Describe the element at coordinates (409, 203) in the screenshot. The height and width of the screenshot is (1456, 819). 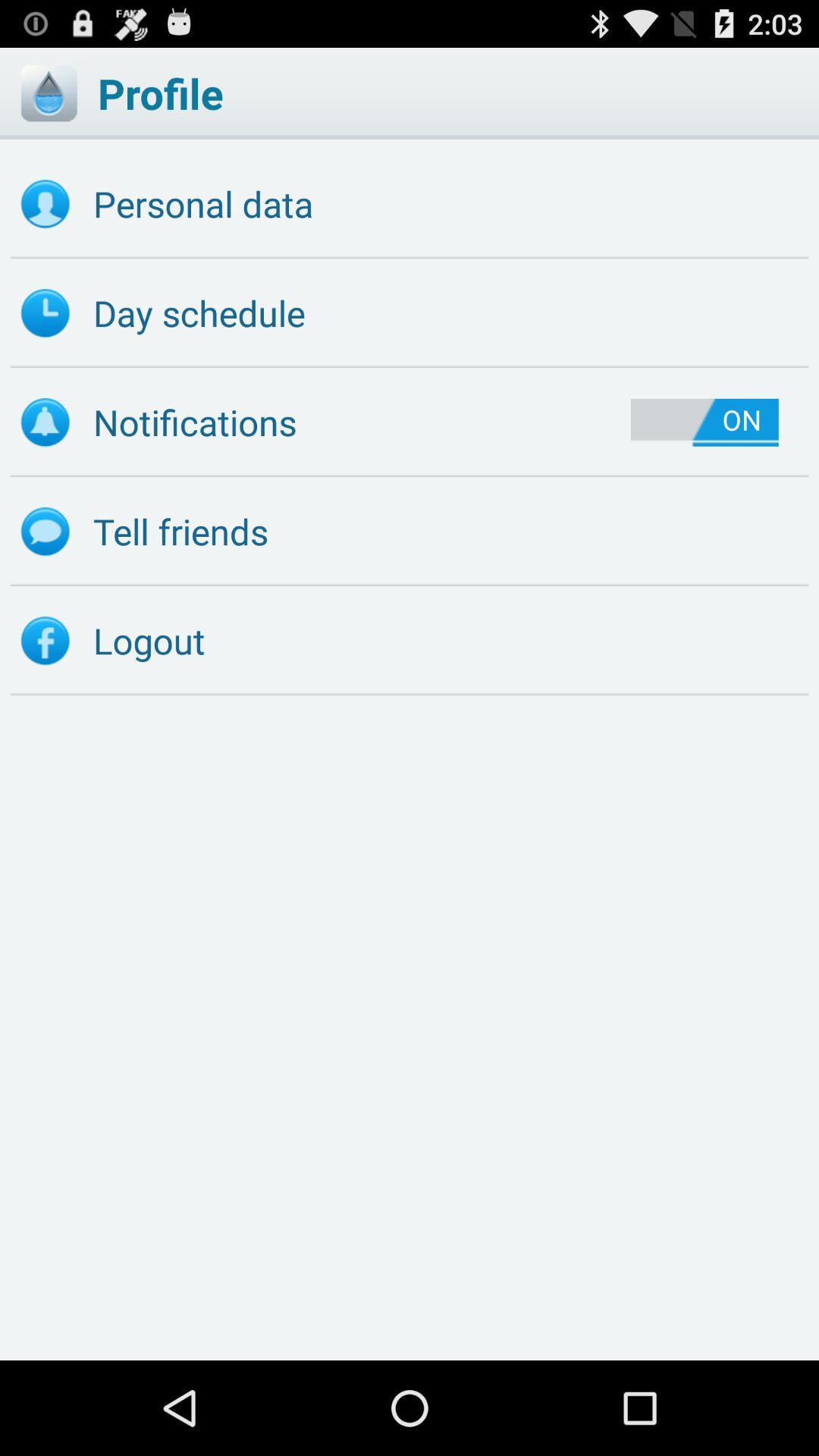
I see `button above day schedule button` at that location.